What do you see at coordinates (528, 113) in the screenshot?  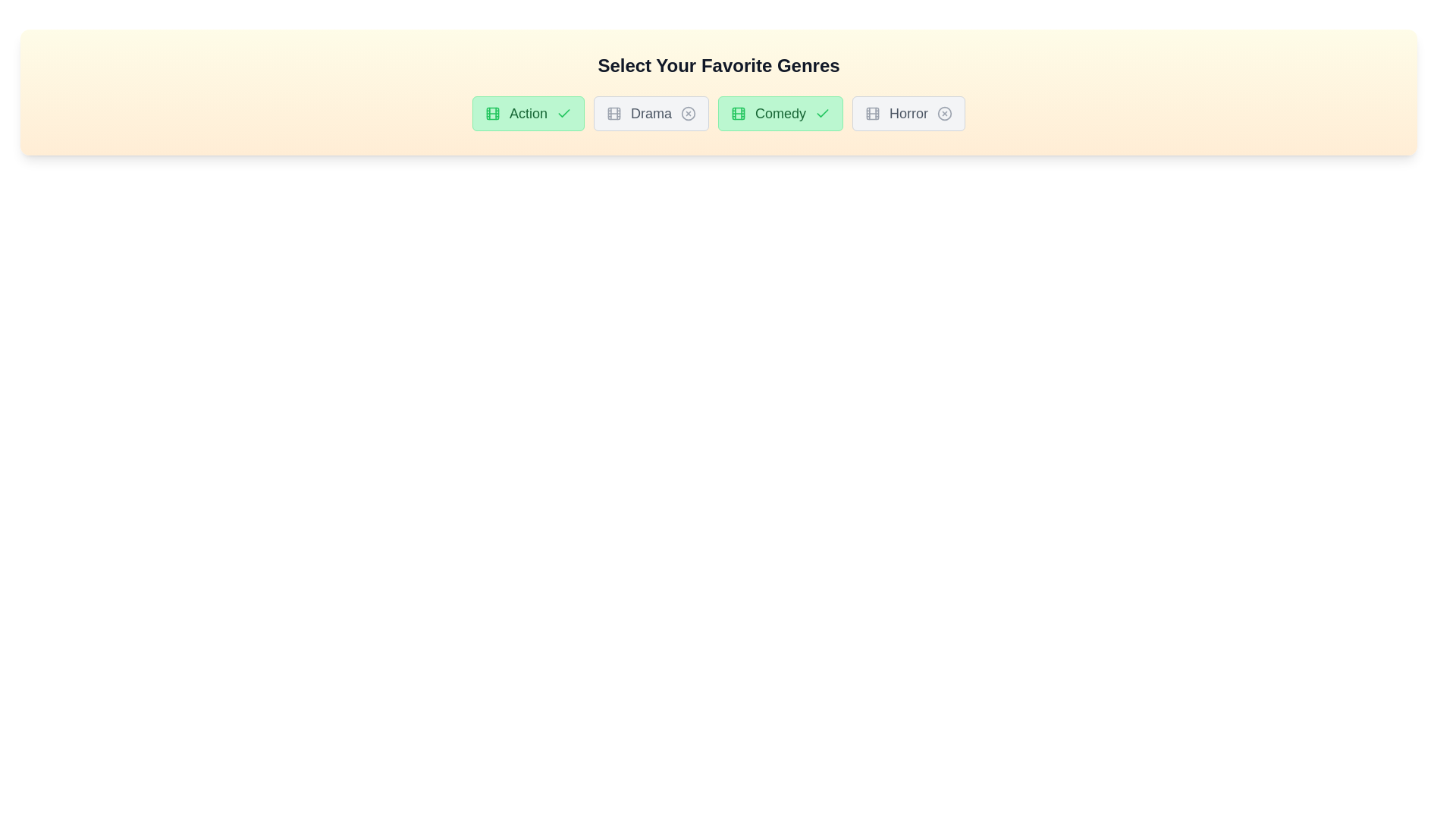 I see `the genre Action` at bounding box center [528, 113].